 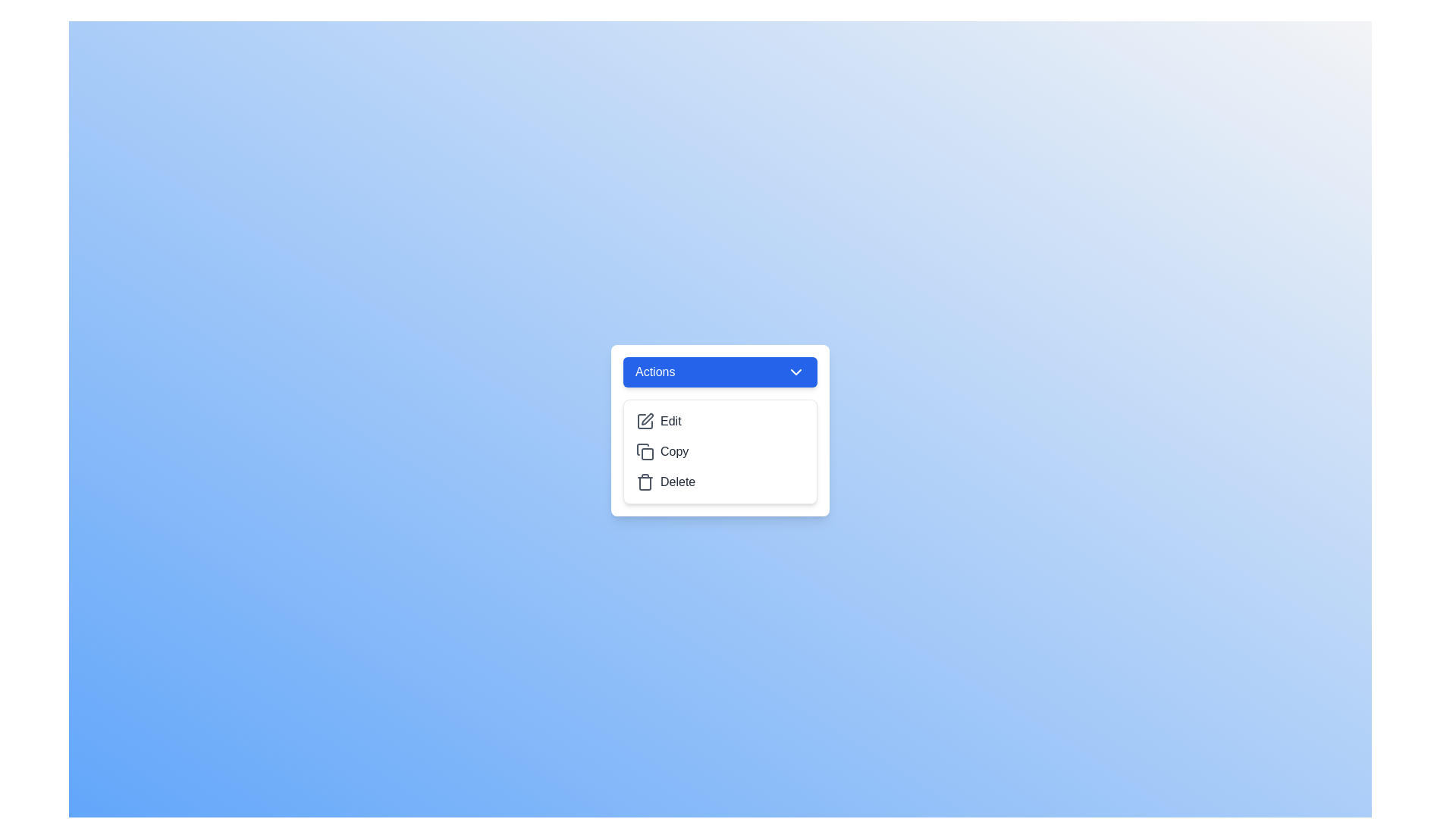 I want to click on the dropdown chevron icon located in the 'Actions' button on the right-hand side, so click(x=795, y=372).